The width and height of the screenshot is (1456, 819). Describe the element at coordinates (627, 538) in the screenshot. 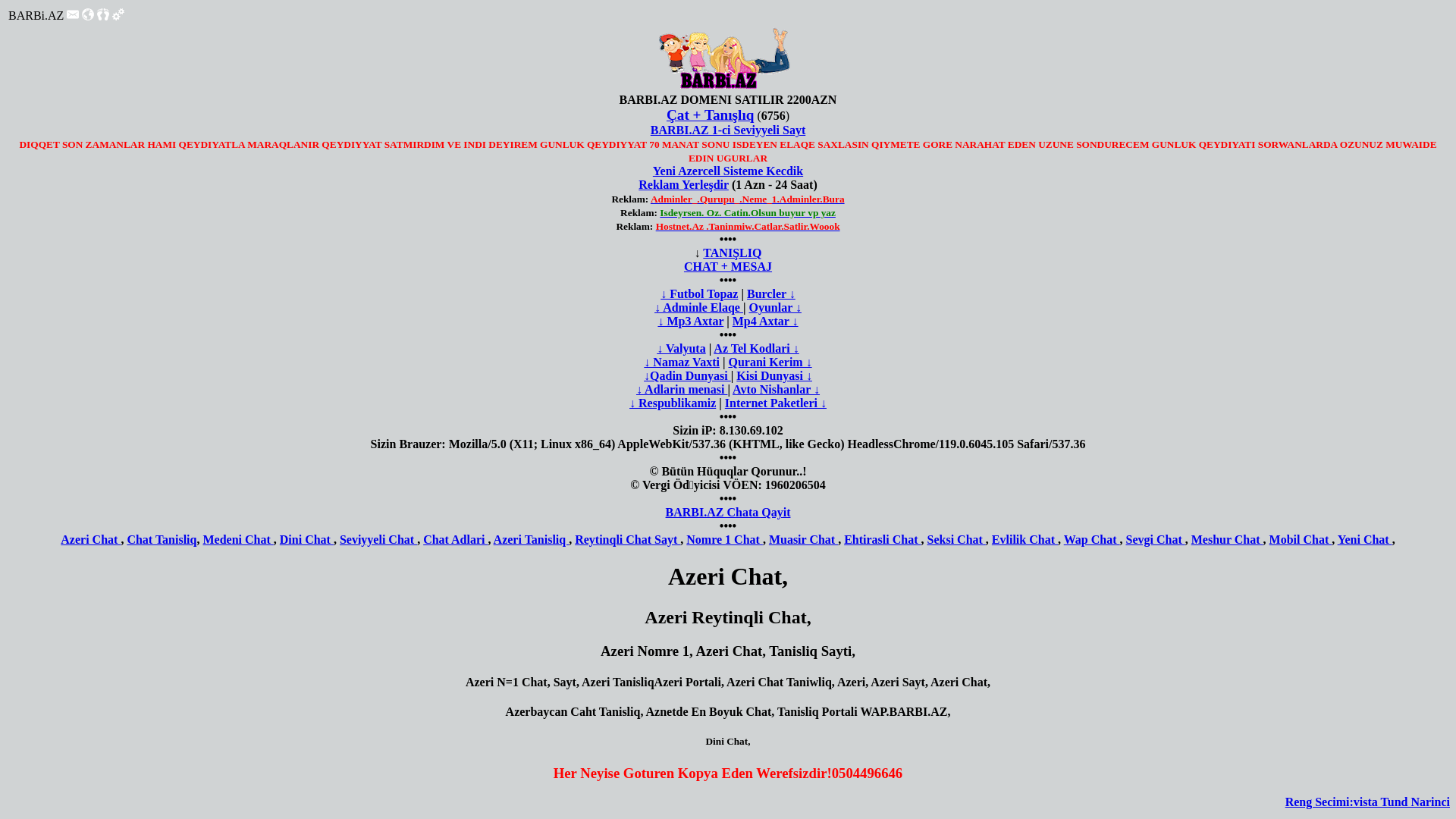

I see `'Reytinqli Chat Sayt'` at that location.